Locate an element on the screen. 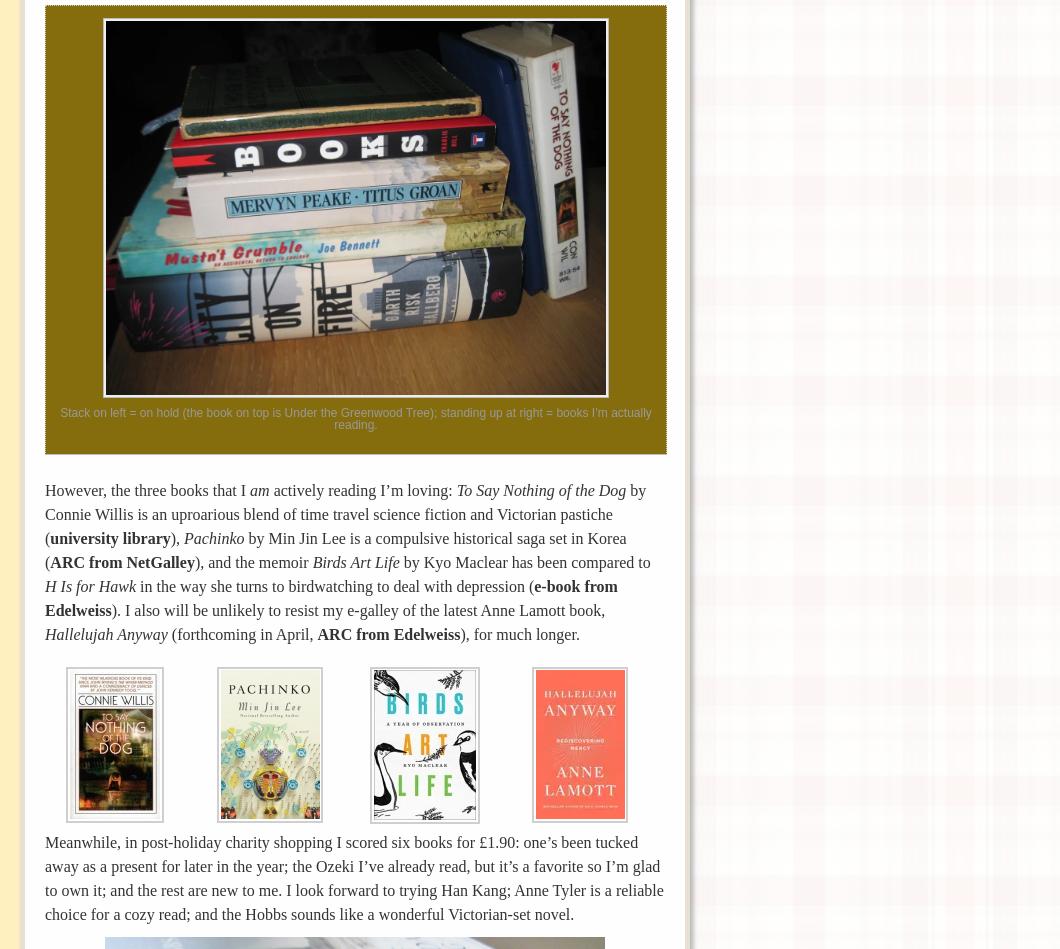 The width and height of the screenshot is (1060, 949). '). I also will be unlikely to resist my e-galley of the latest Anne Lamott book,' is located at coordinates (357, 608).